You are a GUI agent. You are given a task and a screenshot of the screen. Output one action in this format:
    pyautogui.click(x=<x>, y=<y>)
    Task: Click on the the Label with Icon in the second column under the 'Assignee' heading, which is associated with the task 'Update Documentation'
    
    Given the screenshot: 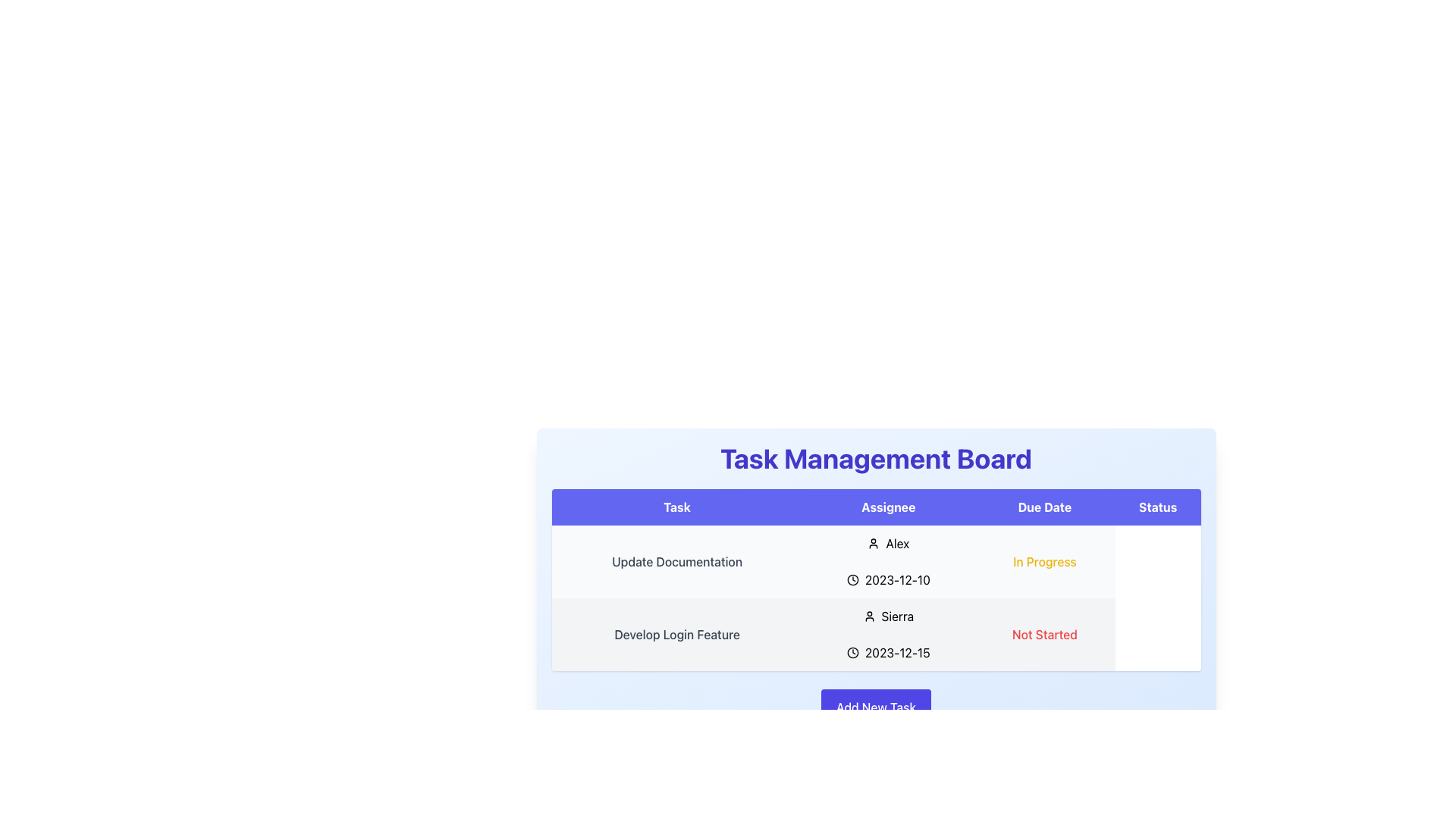 What is the action you would take?
    pyautogui.click(x=888, y=543)
    